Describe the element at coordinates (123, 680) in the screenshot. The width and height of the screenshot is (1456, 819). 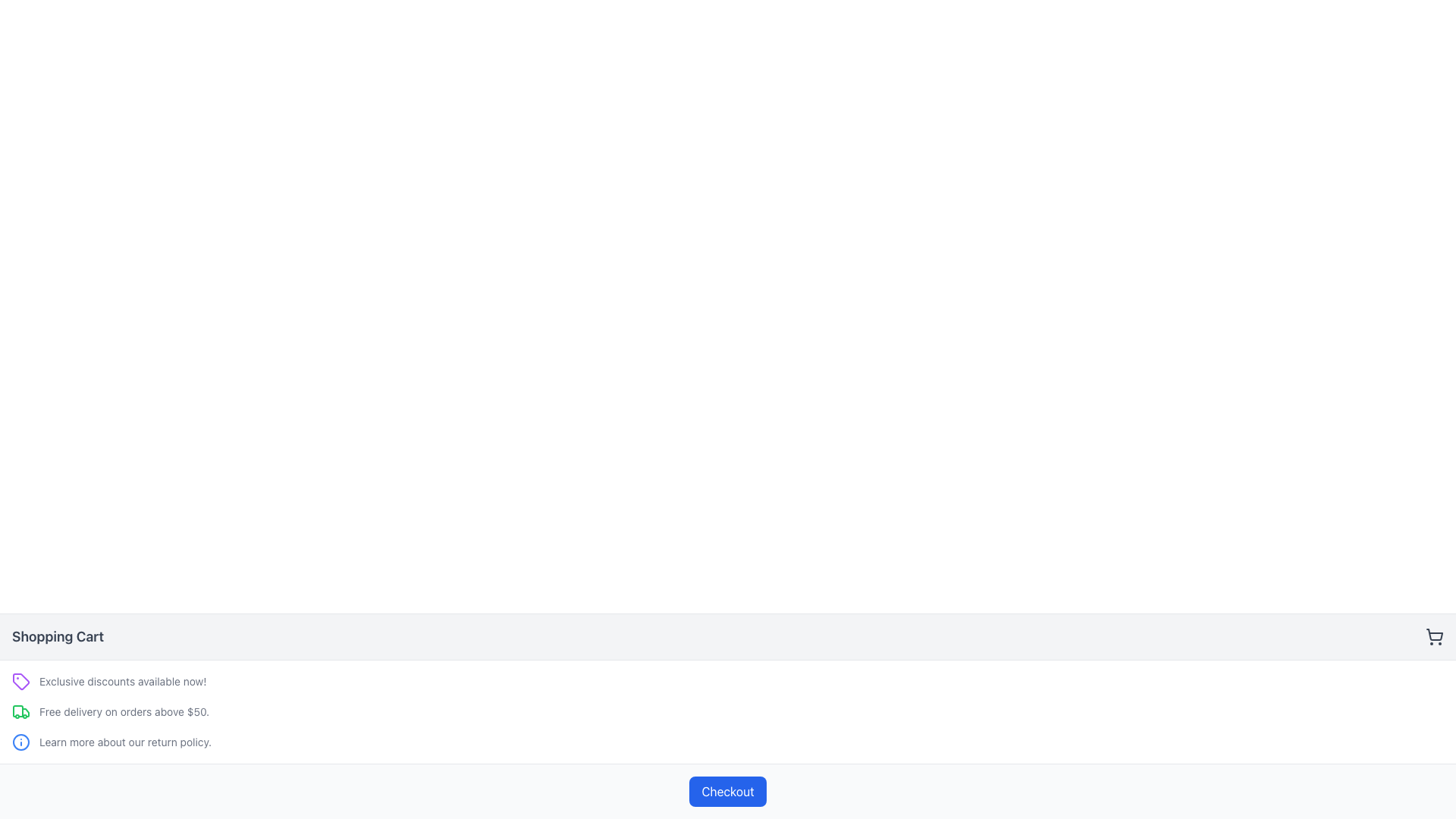
I see `text from the Text Label displaying 'Exclusive discounts available now!' located in the 'Shopping Cart' section, positioned right of the purple tag icon` at that location.